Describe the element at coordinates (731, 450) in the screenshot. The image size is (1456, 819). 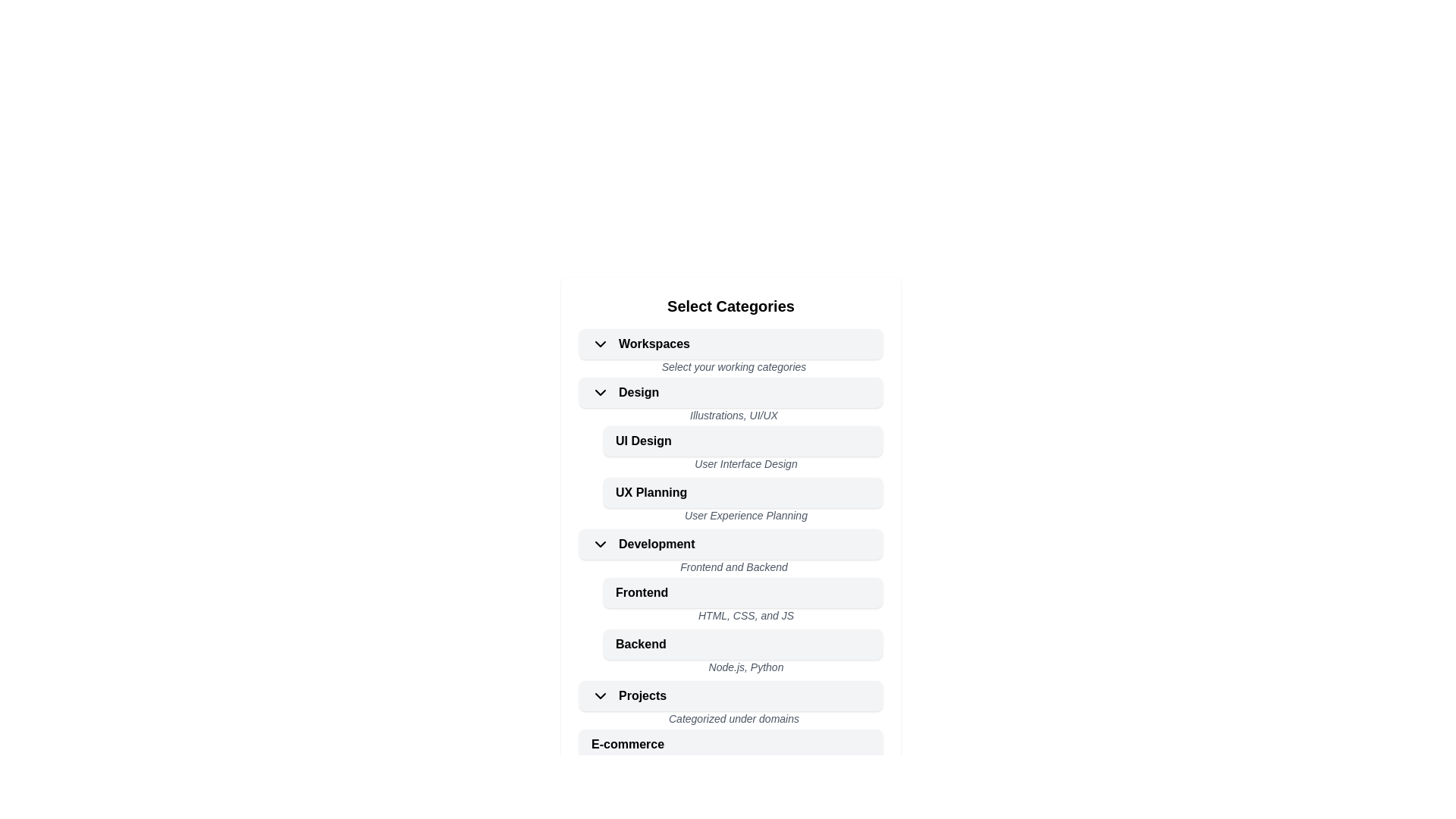
I see `to select the 'UI Design' category, which is a selectable item in the 'Design' section of the category list, featuring a bold title and italic description` at that location.